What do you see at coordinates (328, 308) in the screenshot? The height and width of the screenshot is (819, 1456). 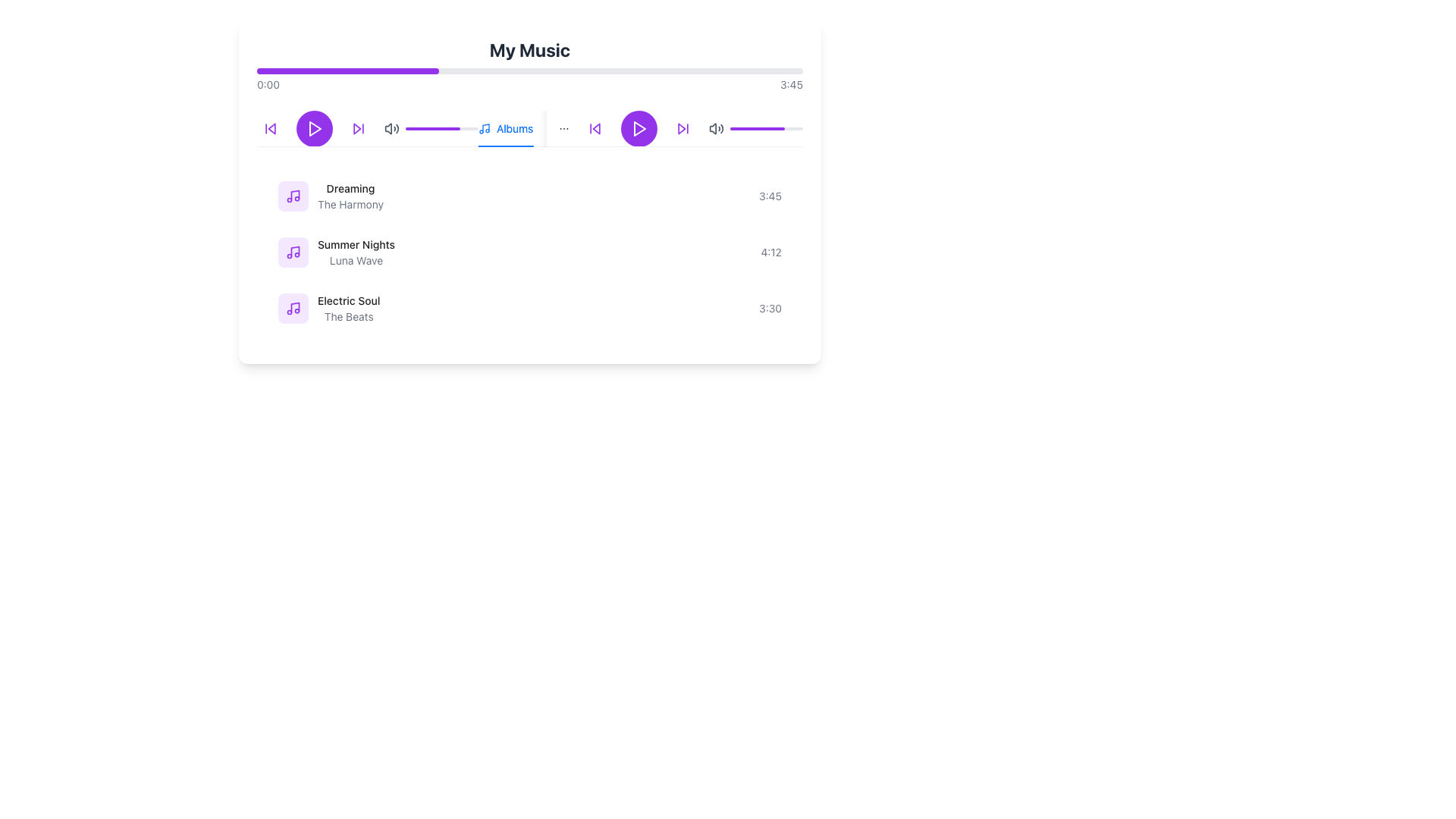 I see `the third music track element, which displays the track name and details` at bounding box center [328, 308].